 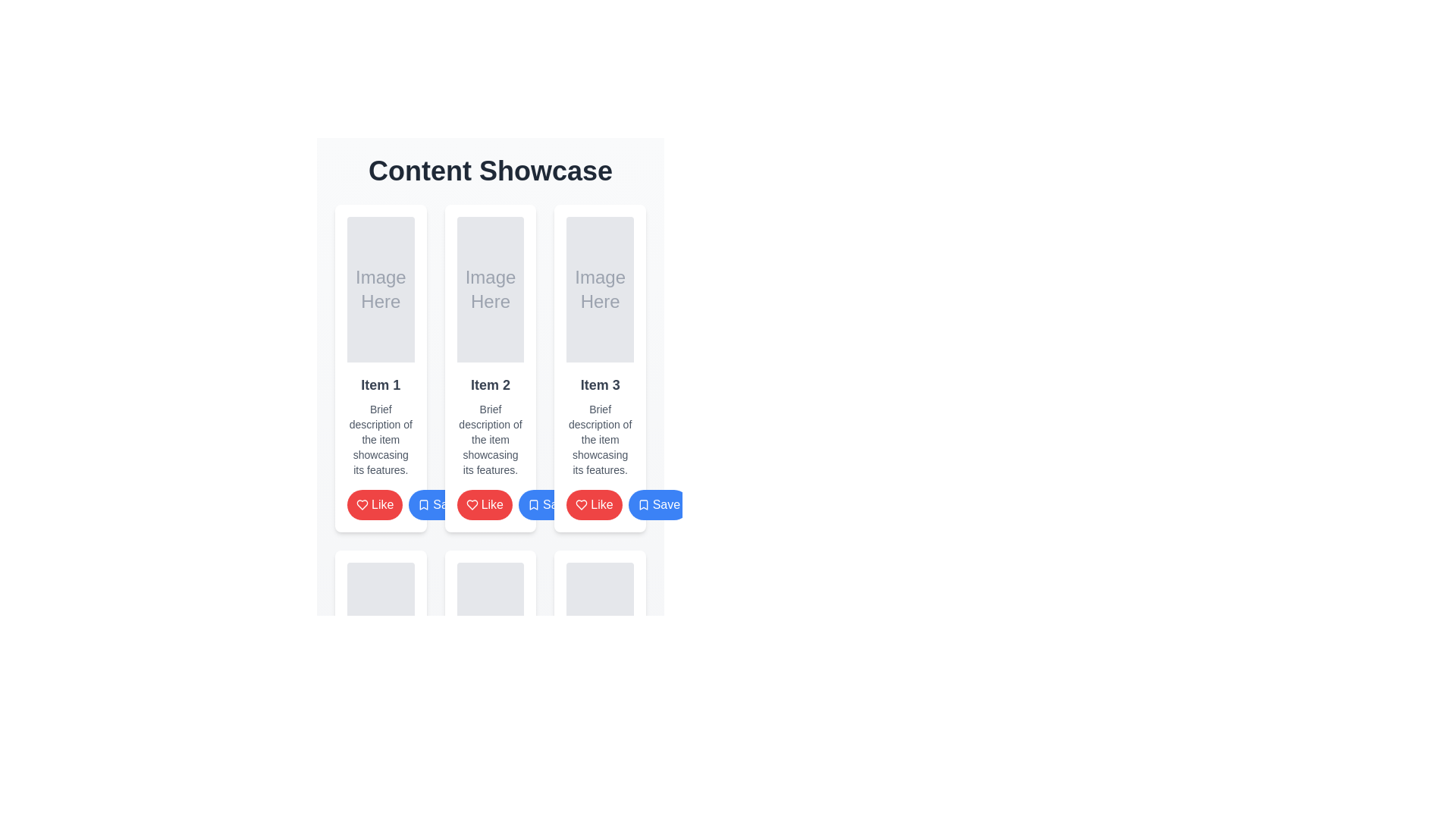 I want to click on the red 'Like' button with a heart-shaped icon, located at the bottom of the card labeled 'Item 3', so click(x=593, y=505).